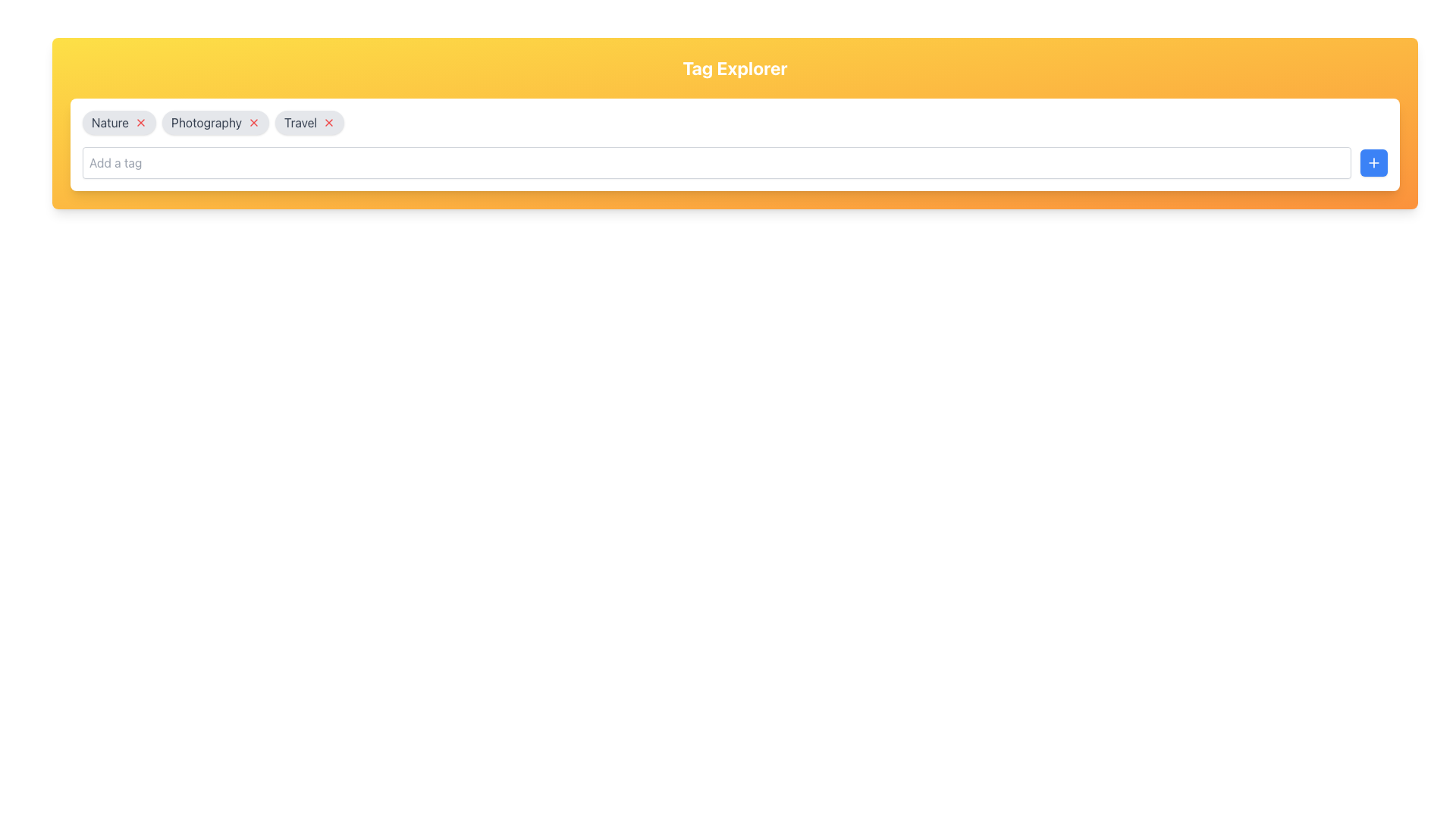 This screenshot has height=819, width=1456. I want to click on the 'Travel' tag with a close button, so click(309, 122).